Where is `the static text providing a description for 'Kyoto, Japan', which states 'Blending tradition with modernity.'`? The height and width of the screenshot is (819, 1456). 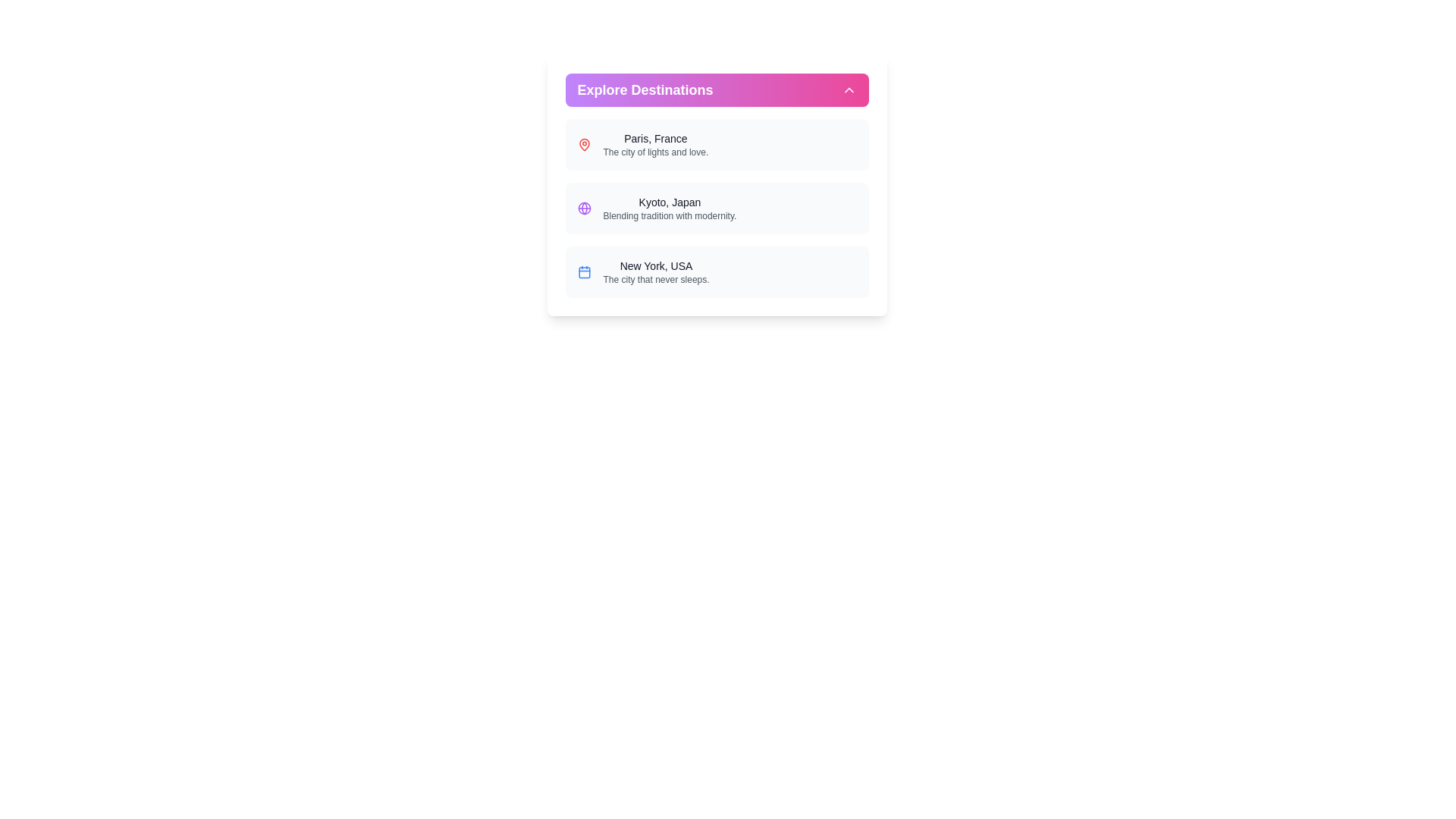 the static text providing a description for 'Kyoto, Japan', which states 'Blending tradition with modernity.' is located at coordinates (669, 216).